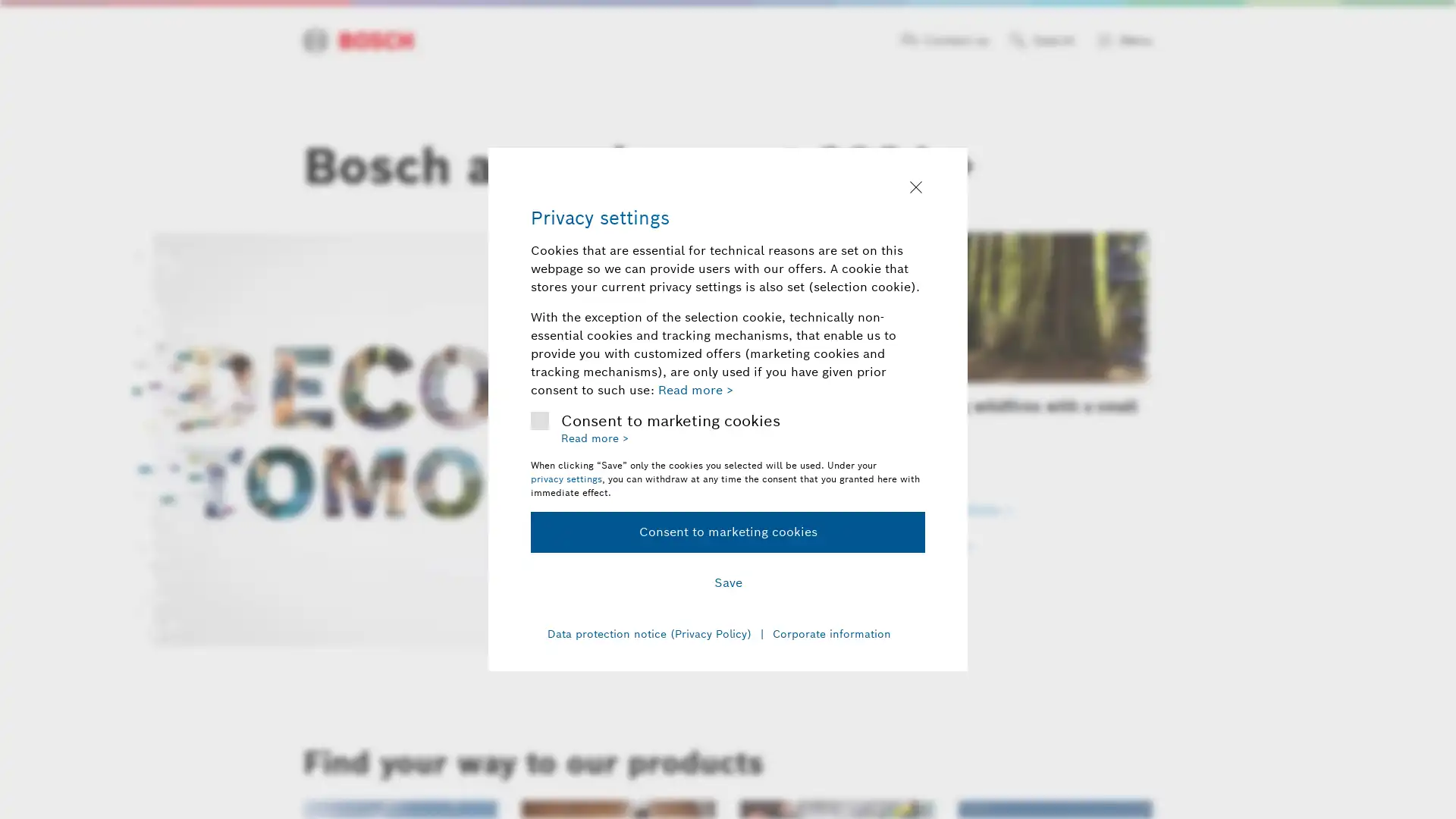  I want to click on Save, so click(728, 582).